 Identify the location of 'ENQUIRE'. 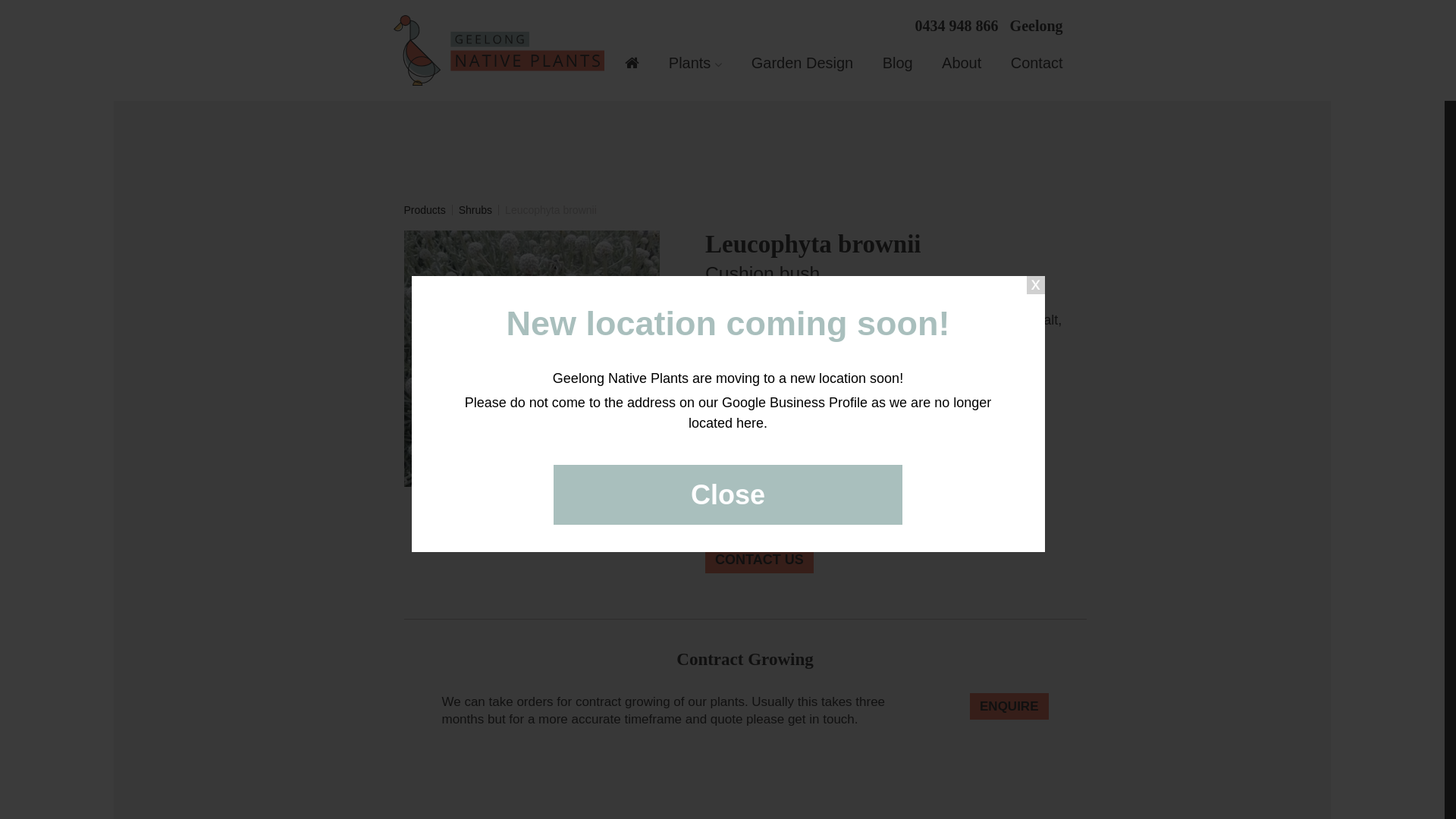
(1009, 706).